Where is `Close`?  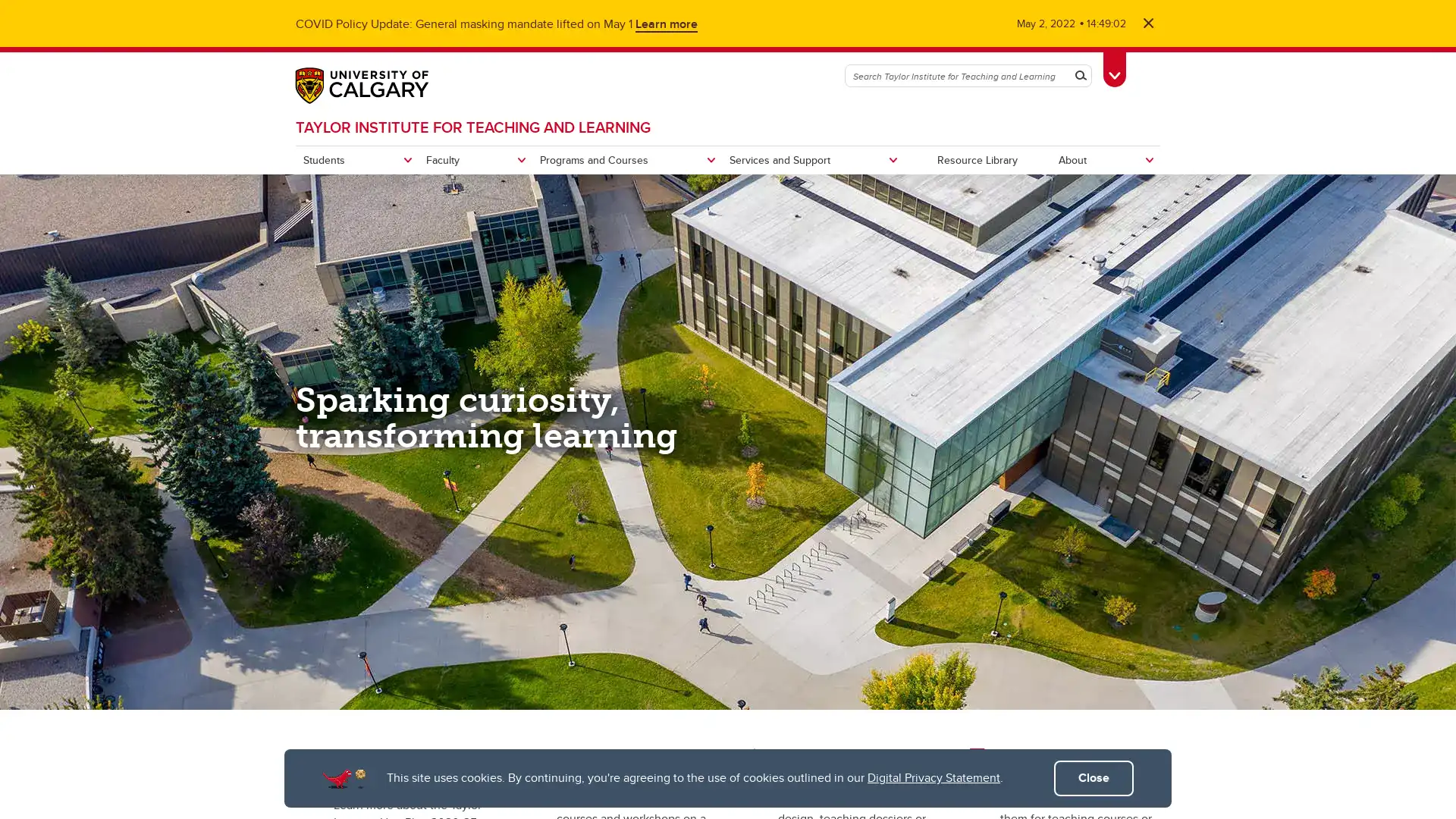
Close is located at coordinates (1094, 778).